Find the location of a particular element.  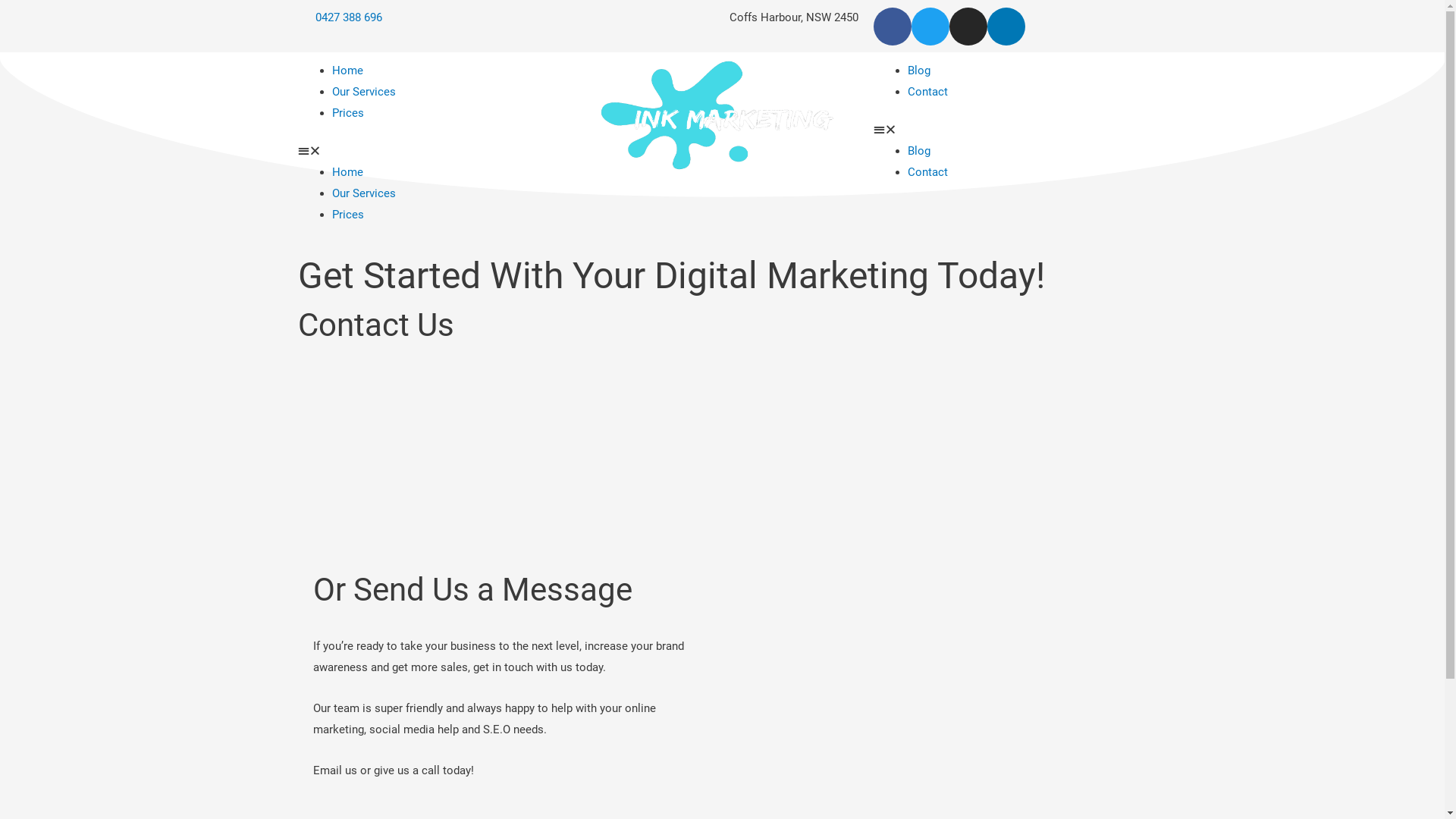

'Prices' is located at coordinates (347, 214).